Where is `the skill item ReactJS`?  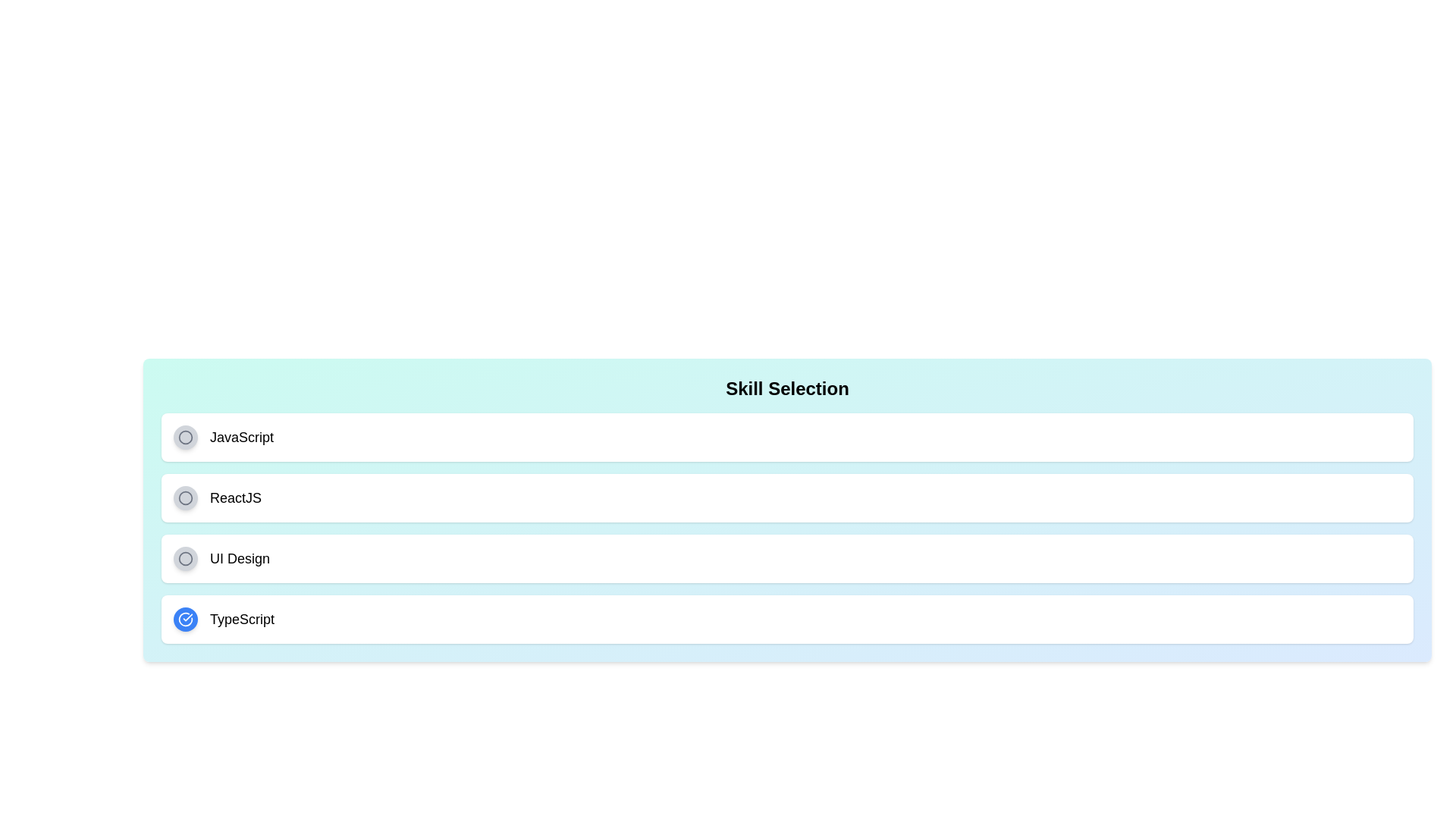 the skill item ReactJS is located at coordinates (787, 497).